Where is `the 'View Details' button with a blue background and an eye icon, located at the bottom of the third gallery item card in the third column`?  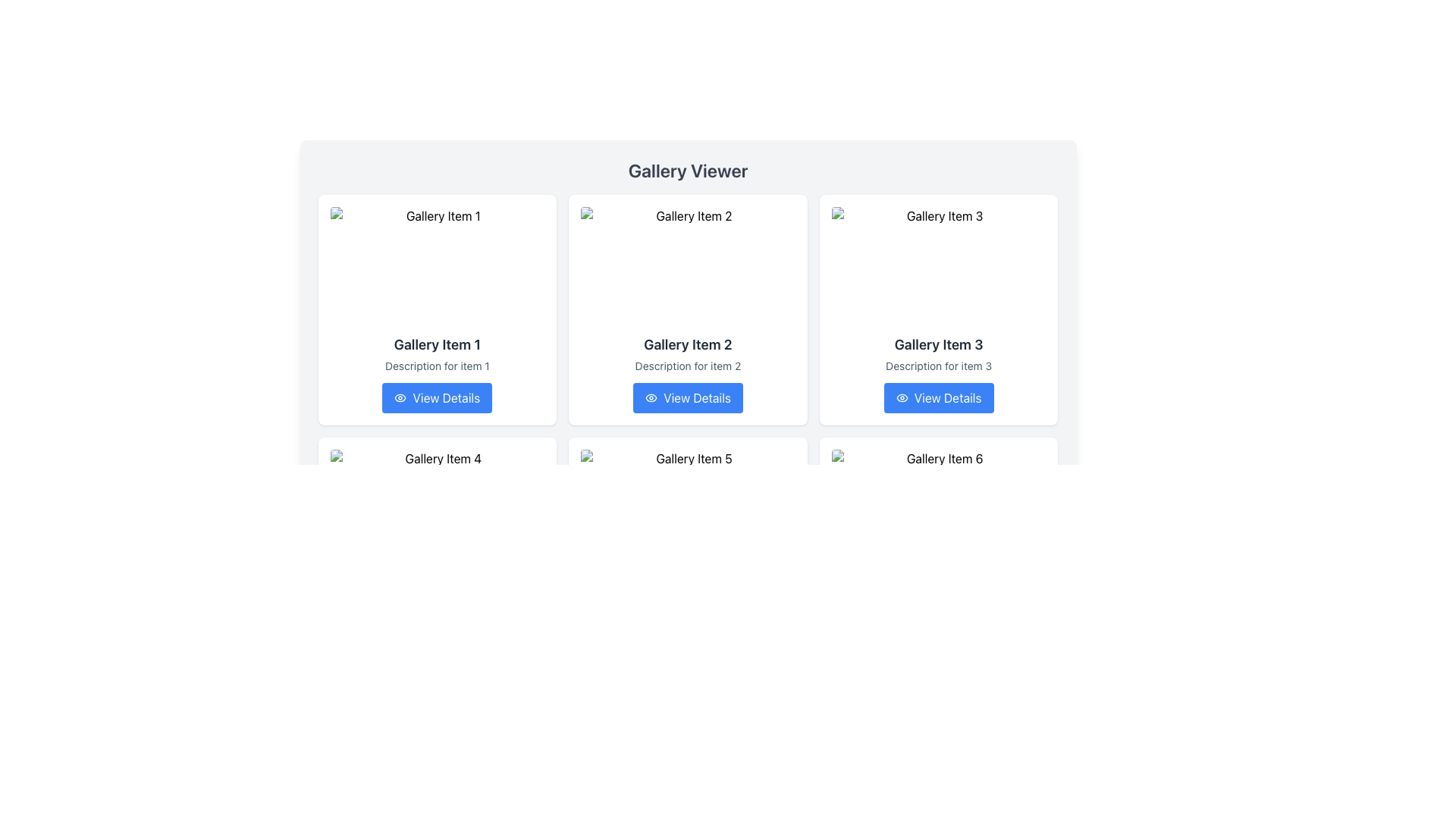
the 'View Details' button with a blue background and an eye icon, located at the bottom of the third gallery item card in the third column is located at coordinates (938, 397).